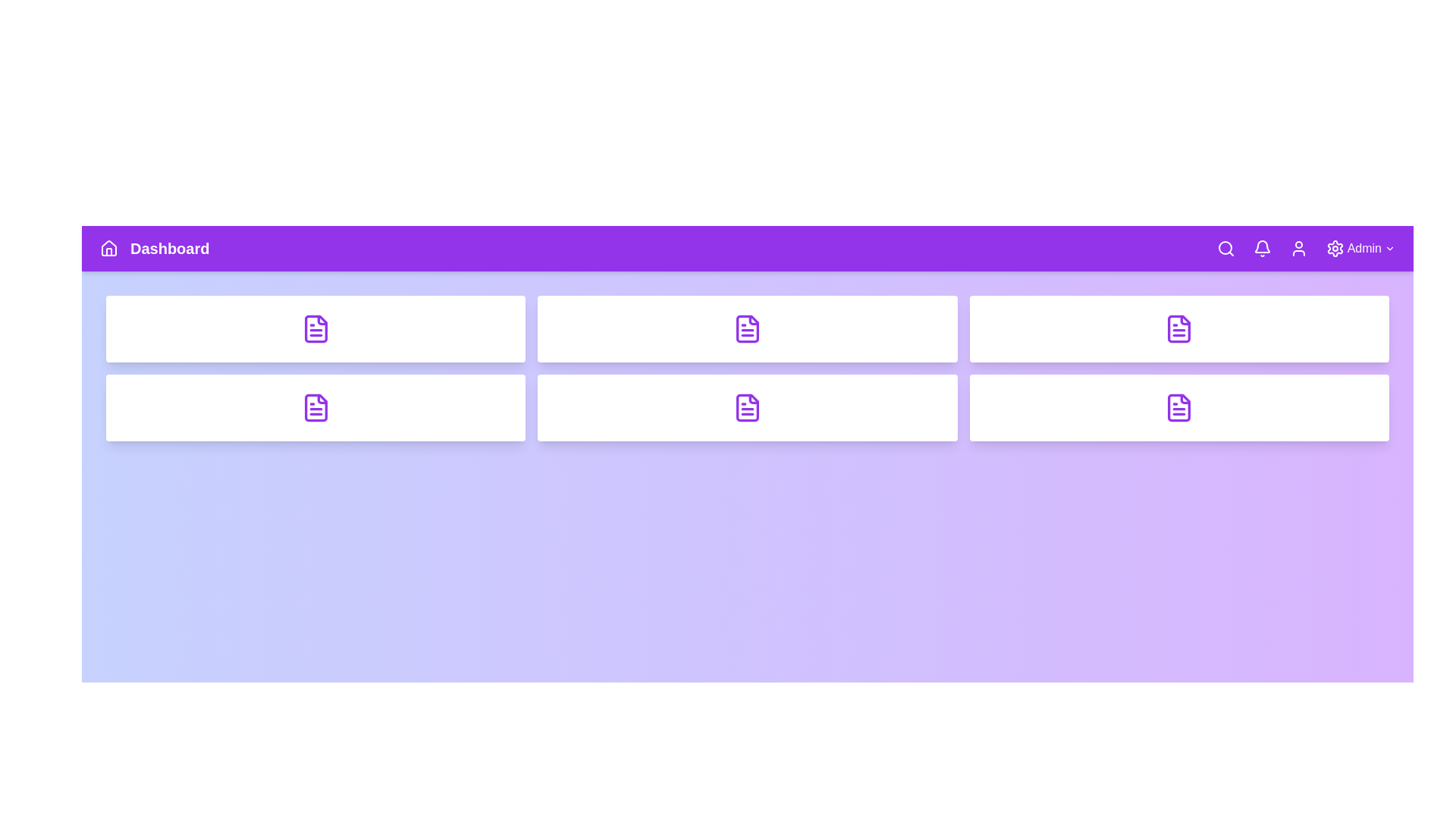 Image resolution: width=1456 pixels, height=819 pixels. What do you see at coordinates (108, 247) in the screenshot?
I see `the Home navigation icon` at bounding box center [108, 247].